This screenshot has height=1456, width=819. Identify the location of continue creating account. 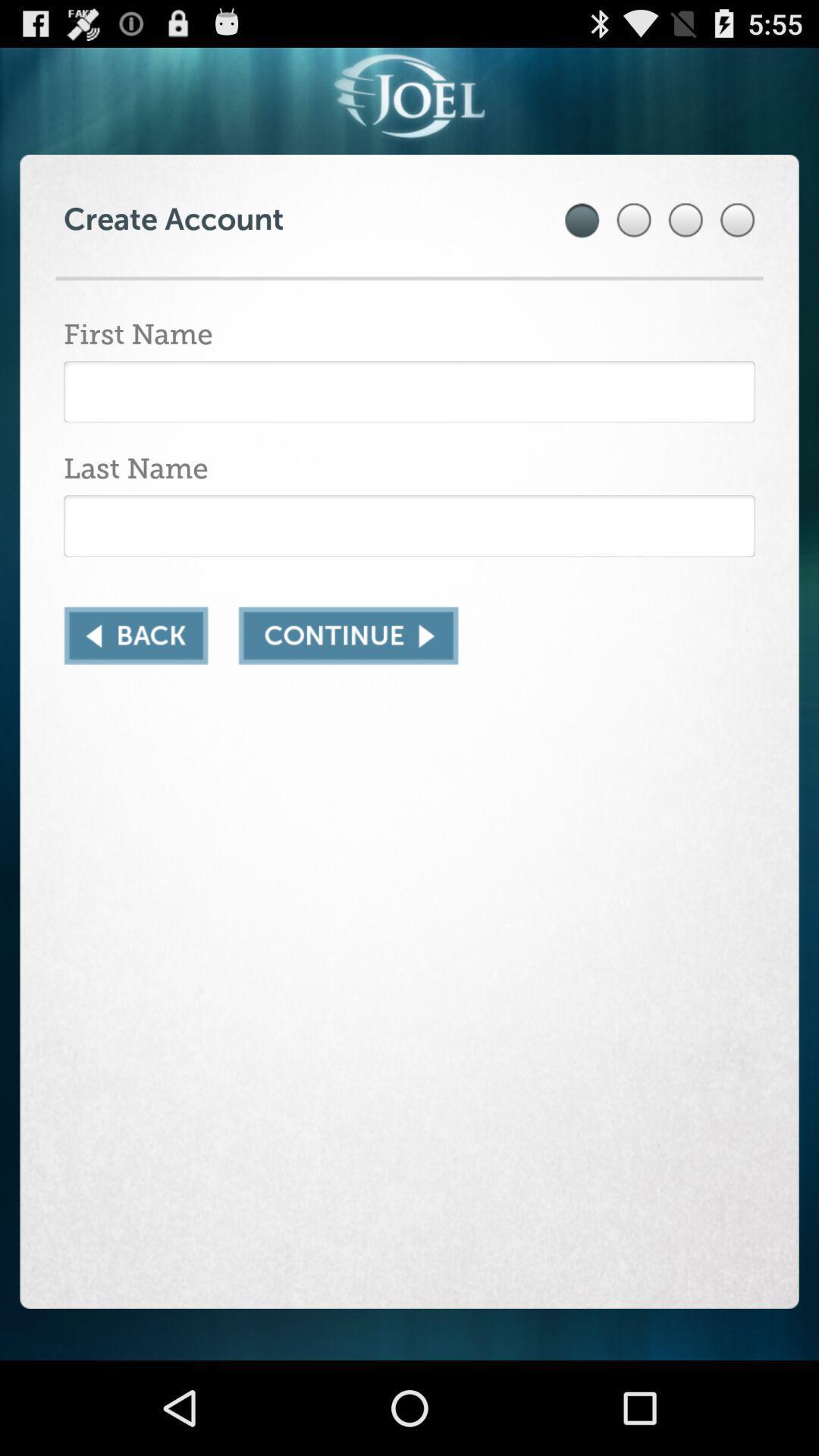
(348, 635).